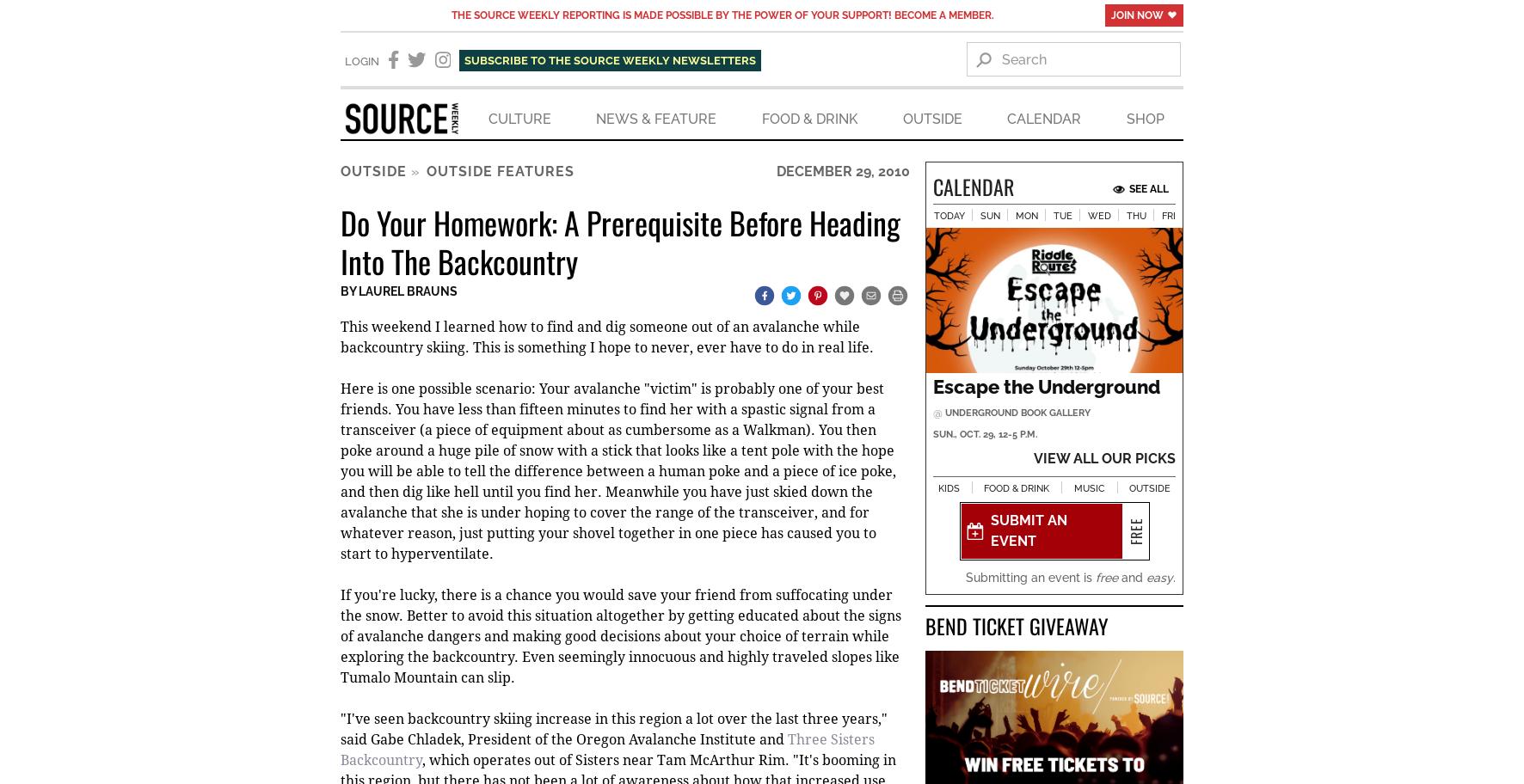  Describe the element at coordinates (925, 625) in the screenshot. I see `'Bend Ticket Giveaway'` at that location.